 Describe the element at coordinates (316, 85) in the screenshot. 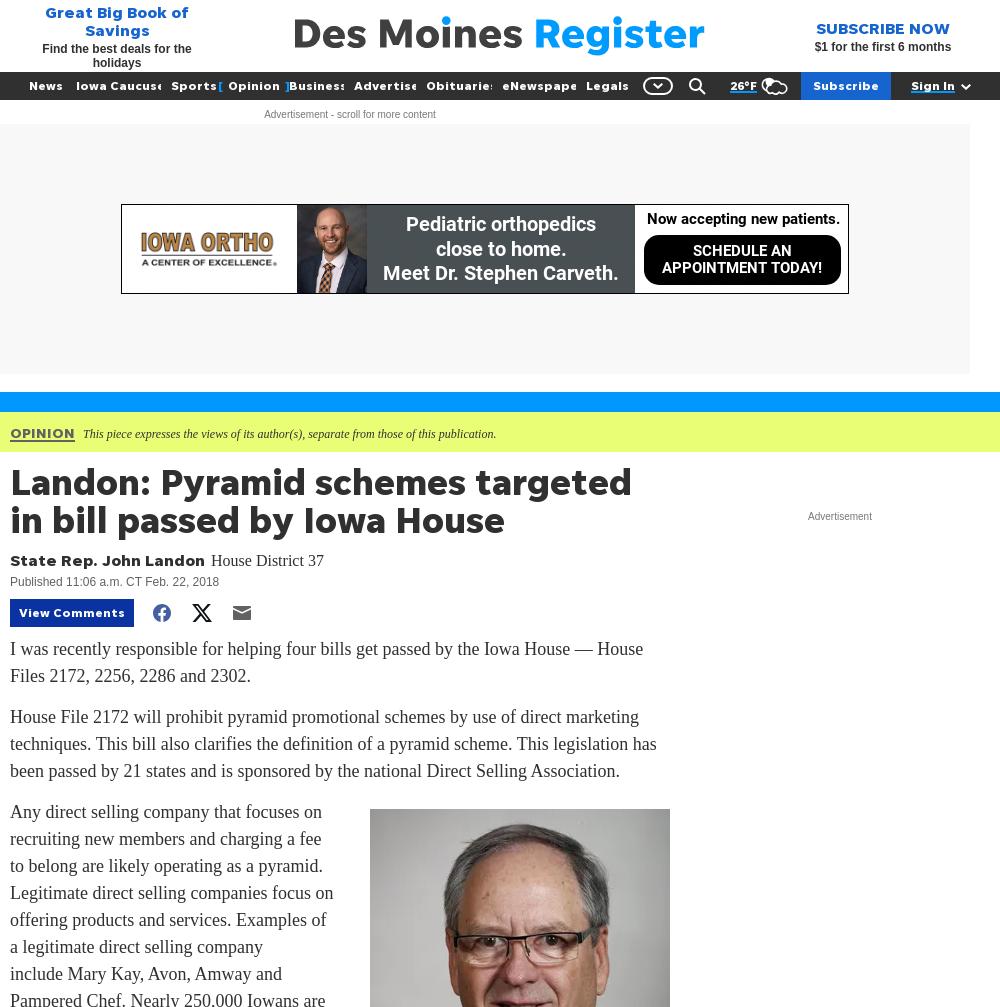

I see `'Business'` at that location.